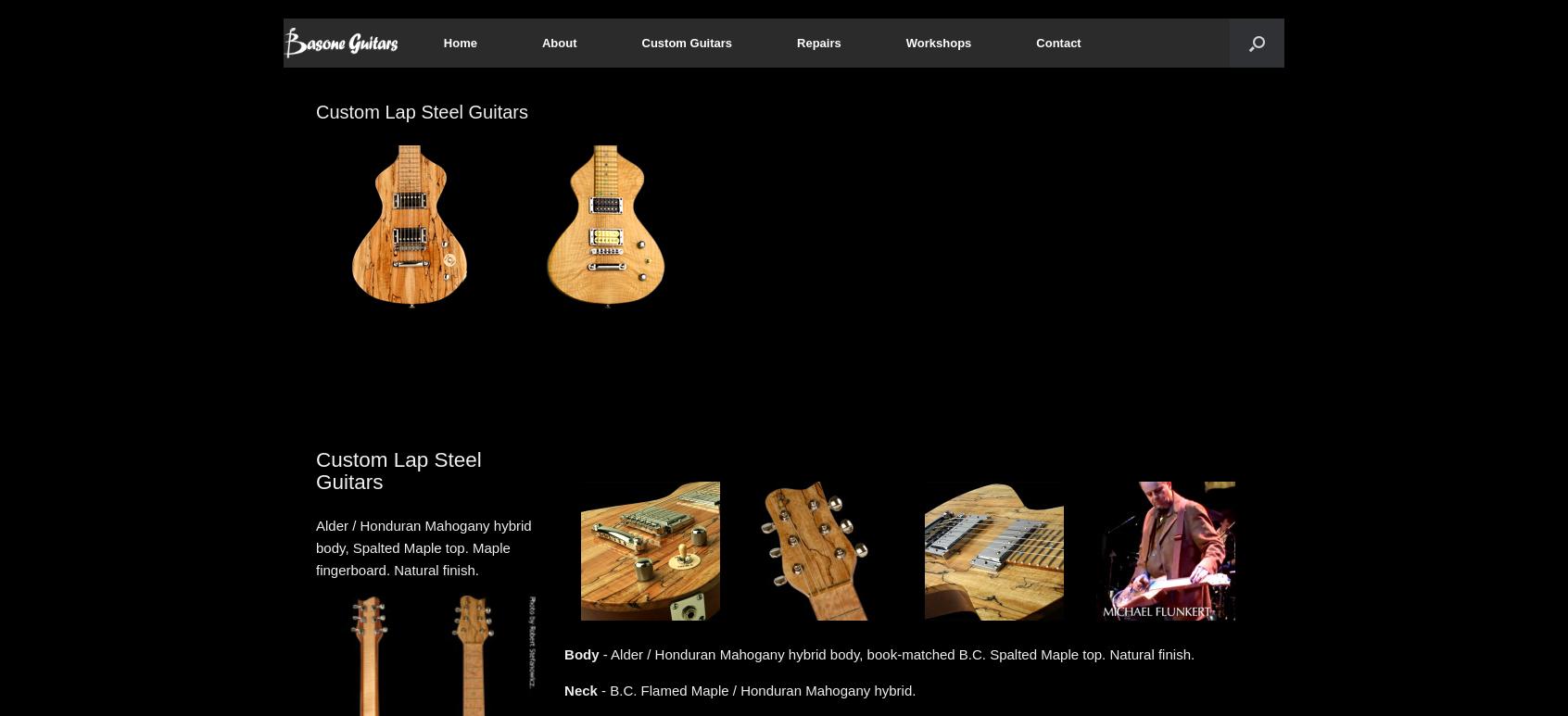 Image resolution: width=1568 pixels, height=716 pixels. Describe the element at coordinates (579, 689) in the screenshot. I see `'Neck'` at that location.